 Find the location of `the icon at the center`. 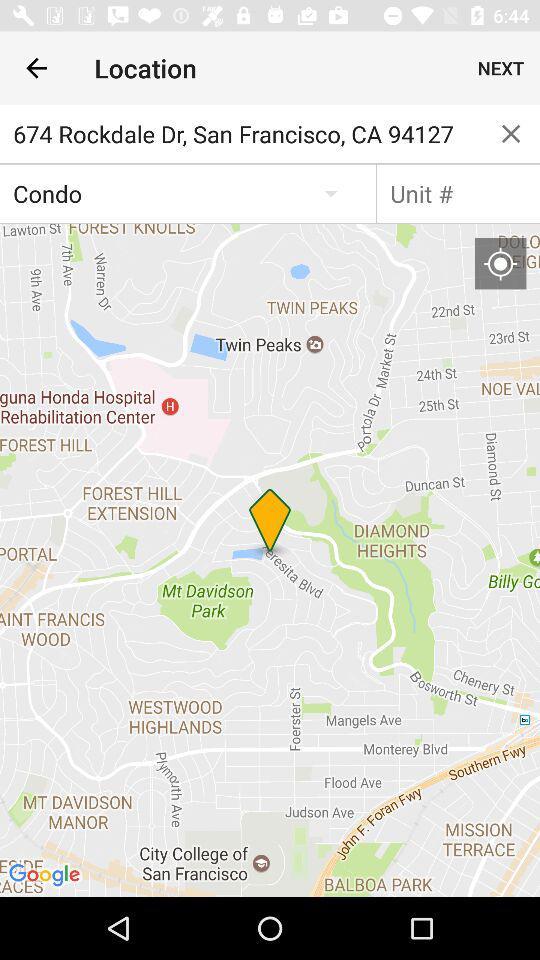

the icon at the center is located at coordinates (270, 560).